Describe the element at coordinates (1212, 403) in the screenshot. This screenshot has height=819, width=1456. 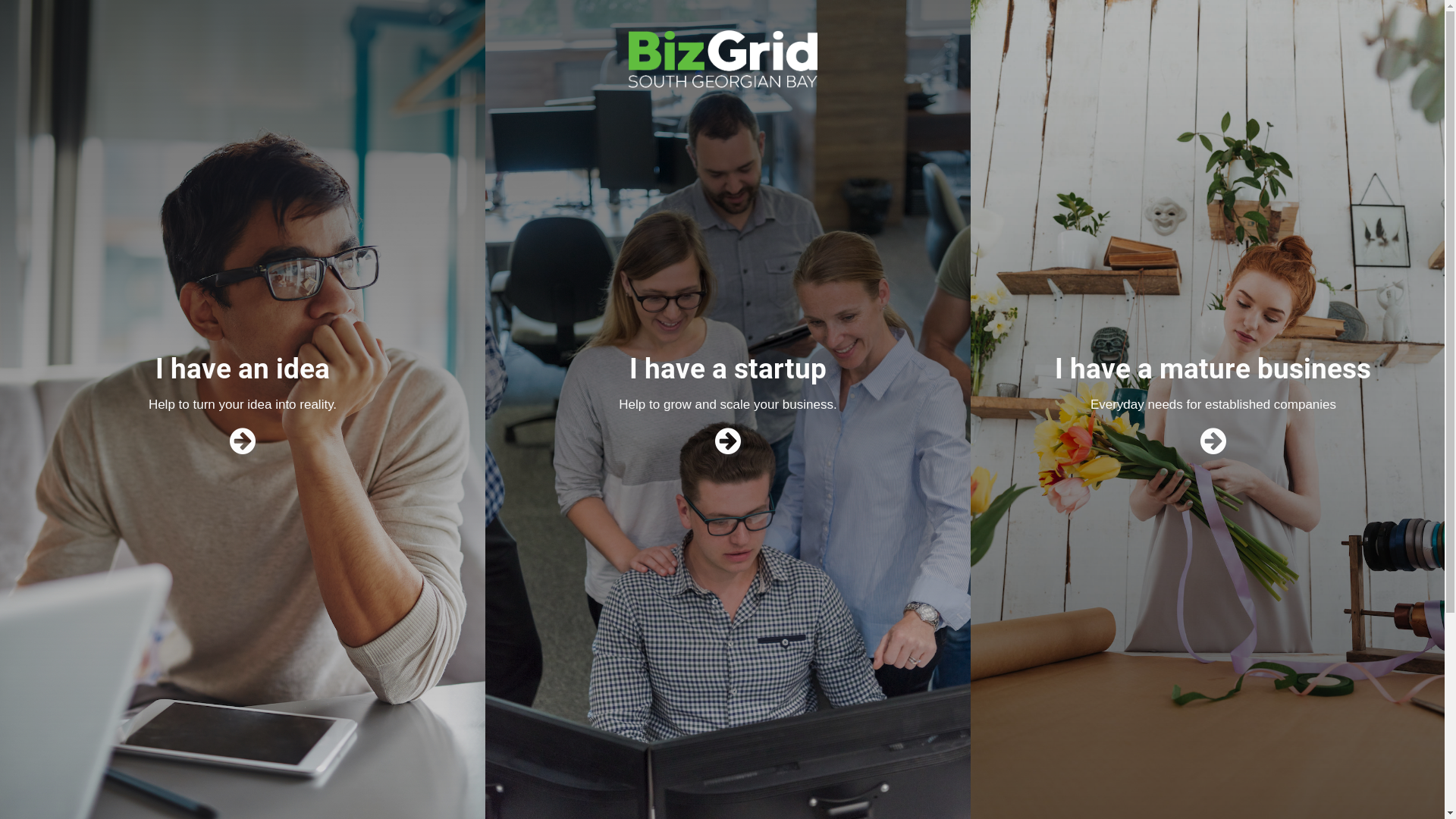
I see `'Everyday needs for established companies'` at that location.